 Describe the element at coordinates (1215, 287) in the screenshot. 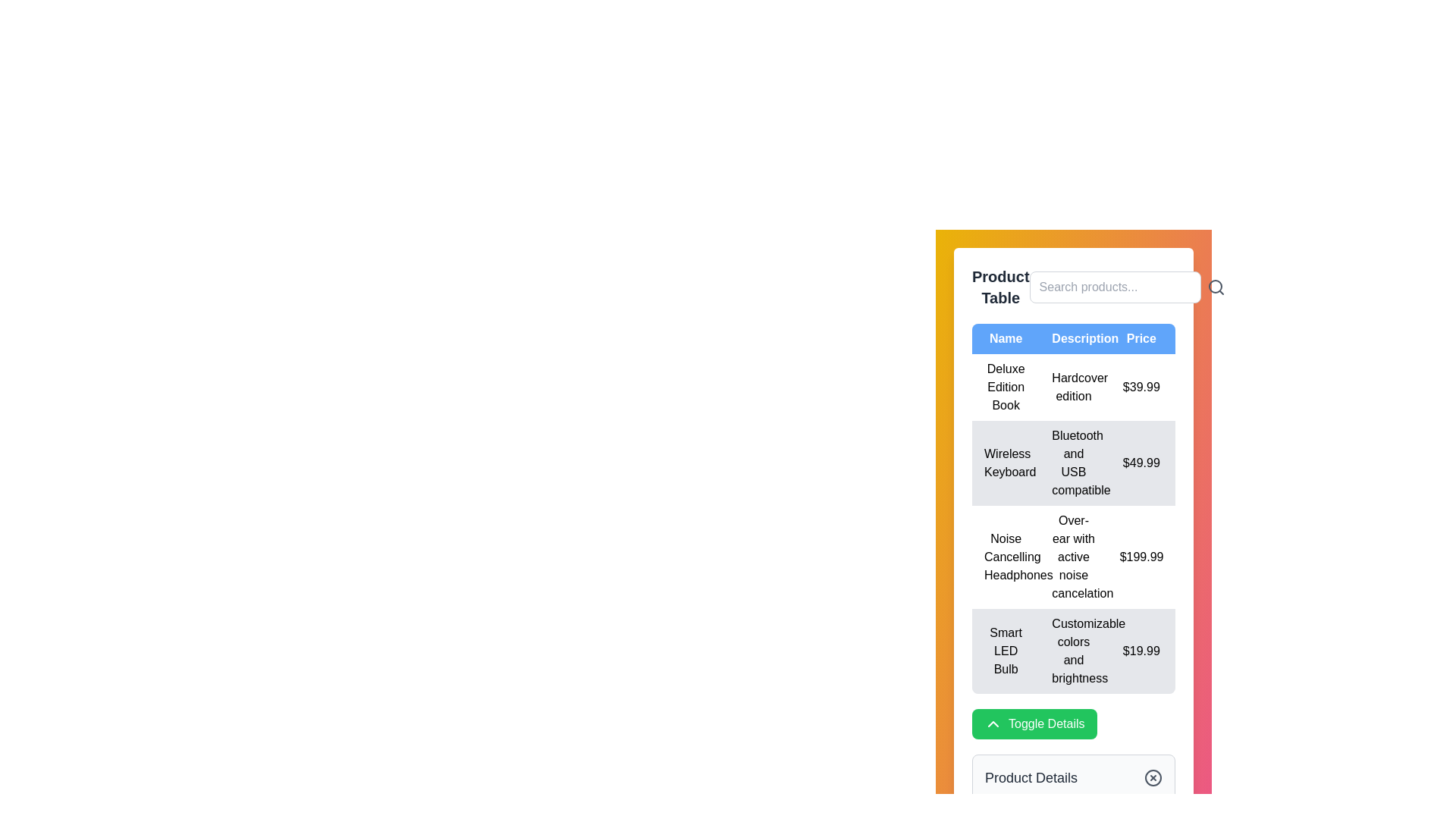

I see `the circular graphical icon component located in the top-right corner of the product table interface, next to the search input field` at that location.